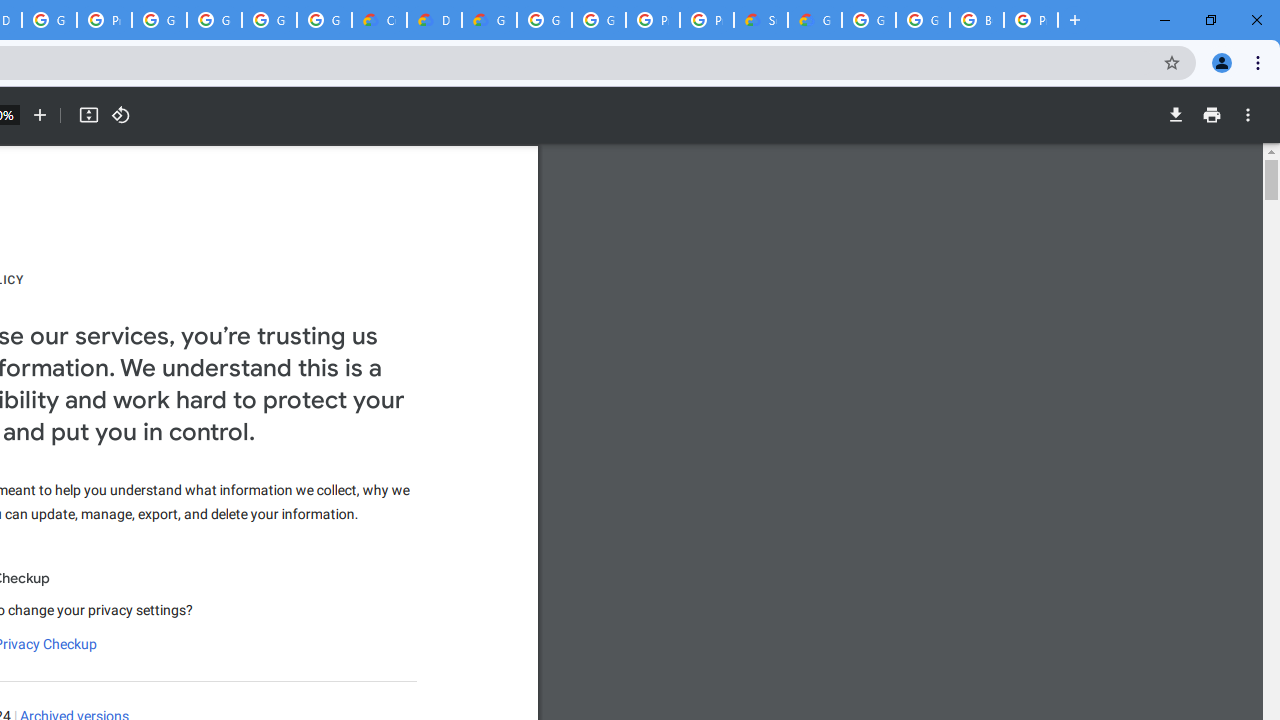  I want to click on 'Rotate counterclockwise', so click(119, 115).